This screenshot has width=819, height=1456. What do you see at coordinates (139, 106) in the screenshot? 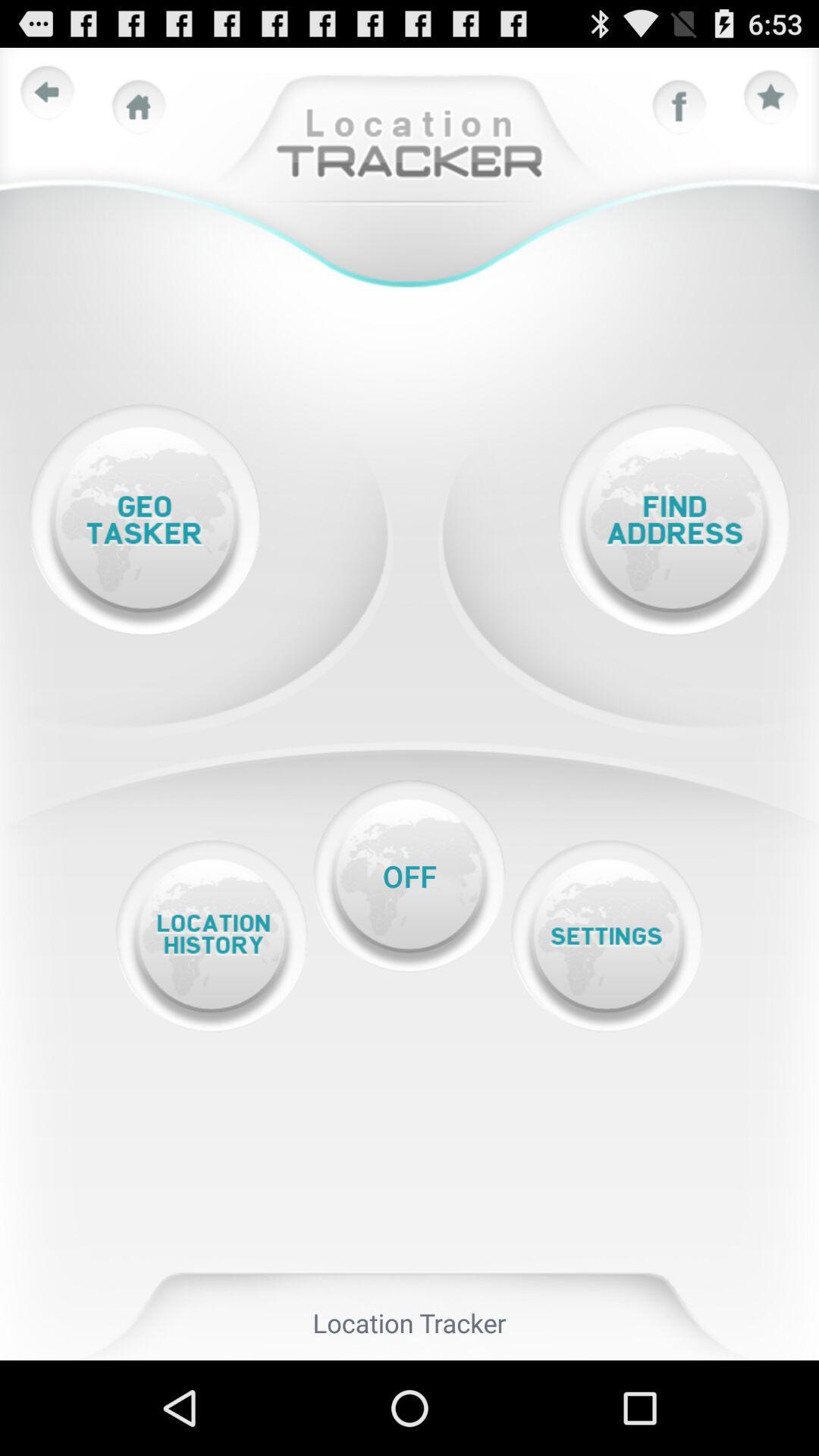
I see `home` at bounding box center [139, 106].